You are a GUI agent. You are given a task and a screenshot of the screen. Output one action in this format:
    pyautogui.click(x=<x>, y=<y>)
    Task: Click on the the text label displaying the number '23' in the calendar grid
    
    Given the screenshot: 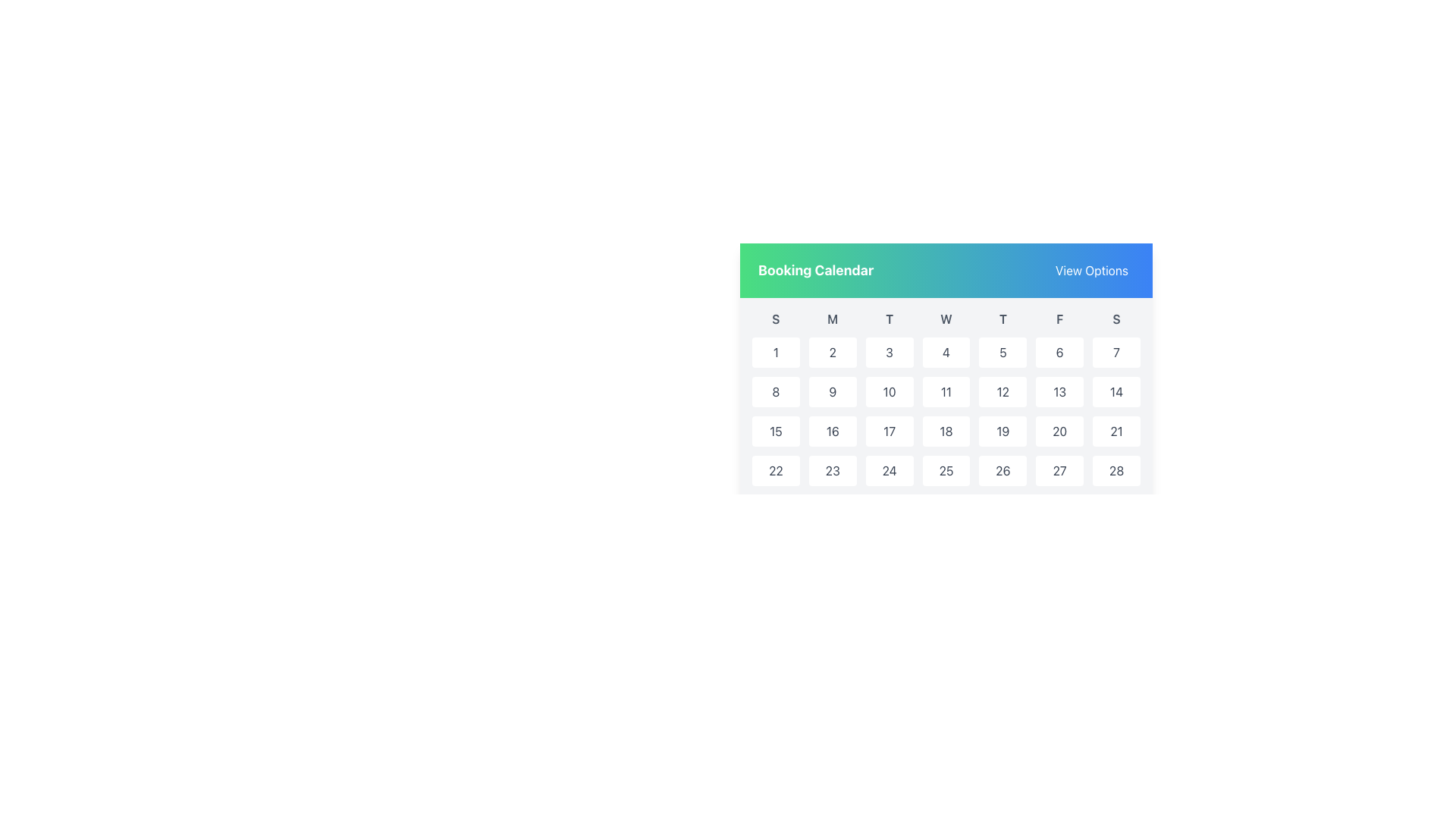 What is the action you would take?
    pyautogui.click(x=832, y=470)
    